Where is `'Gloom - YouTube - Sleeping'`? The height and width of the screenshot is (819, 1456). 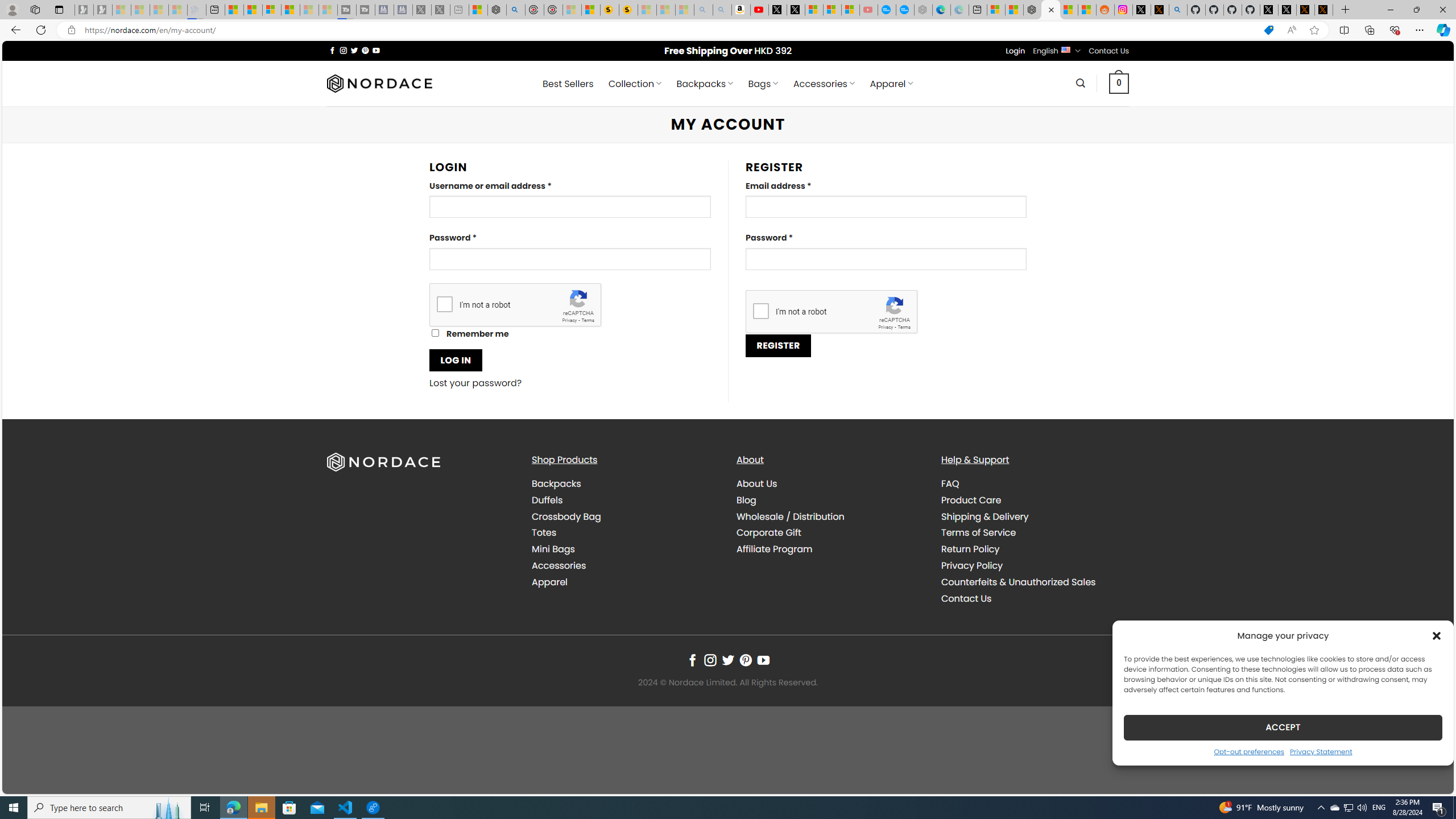
'Gloom - YouTube - Sleeping' is located at coordinates (868, 9).